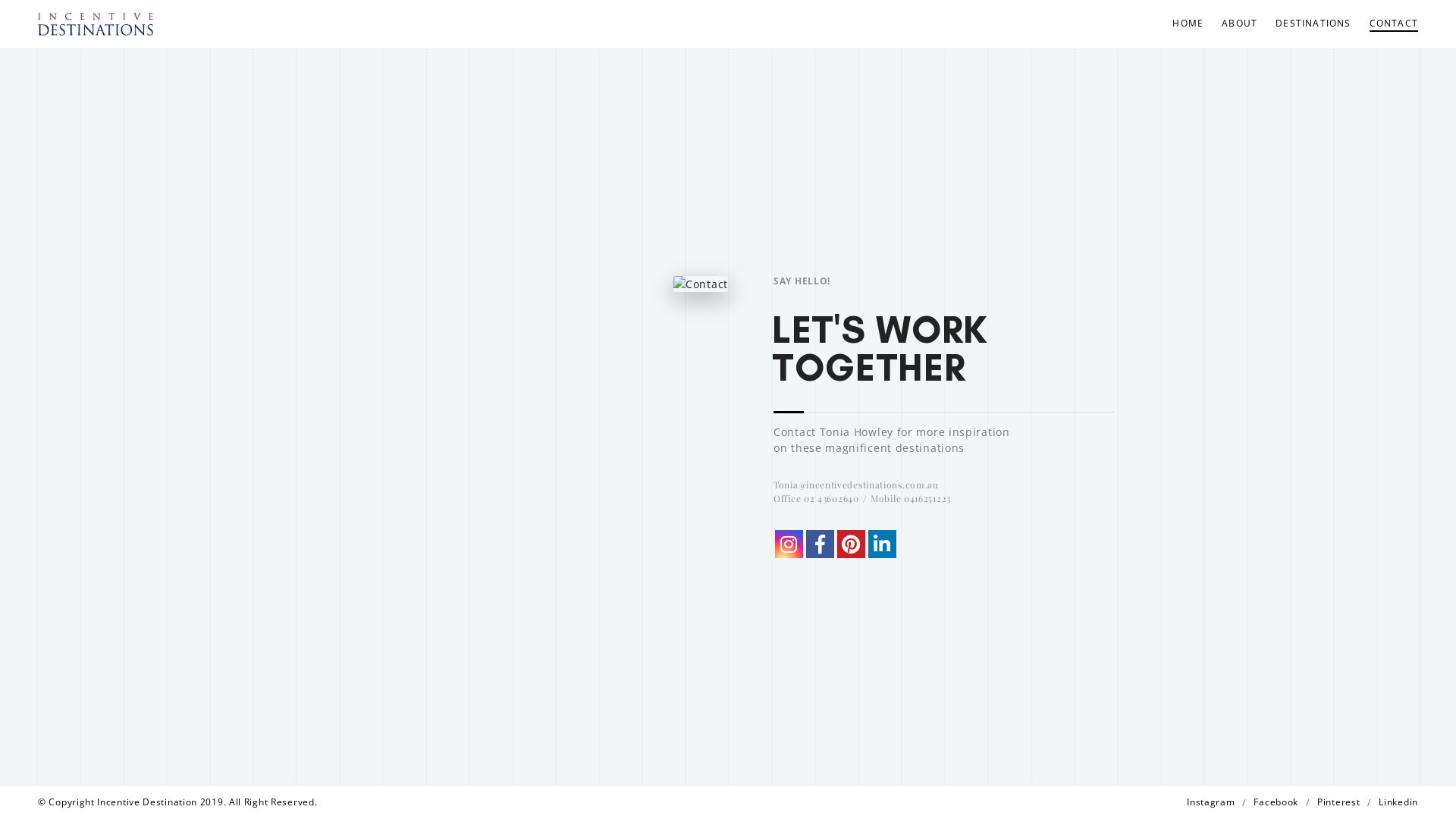 This screenshot has height=819, width=1456. I want to click on 'Office 02 43602640', so click(815, 497).